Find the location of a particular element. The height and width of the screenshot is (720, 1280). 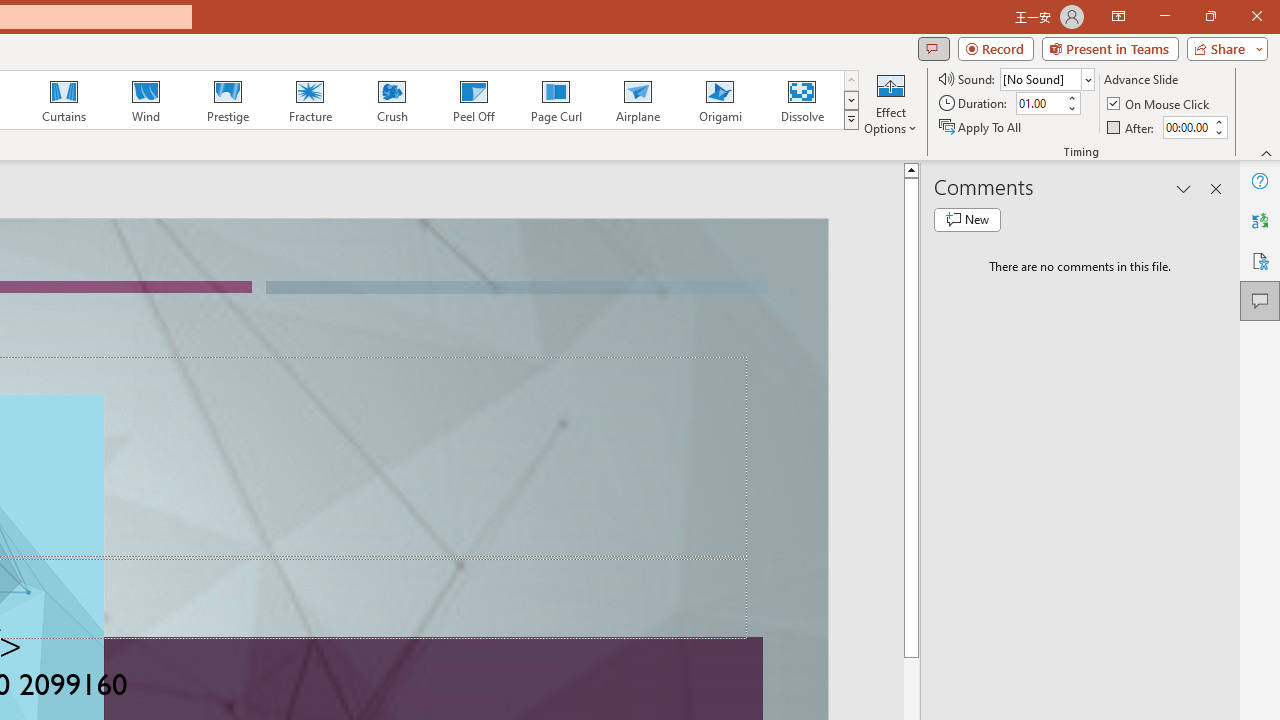

'Row Down' is located at coordinates (851, 100).